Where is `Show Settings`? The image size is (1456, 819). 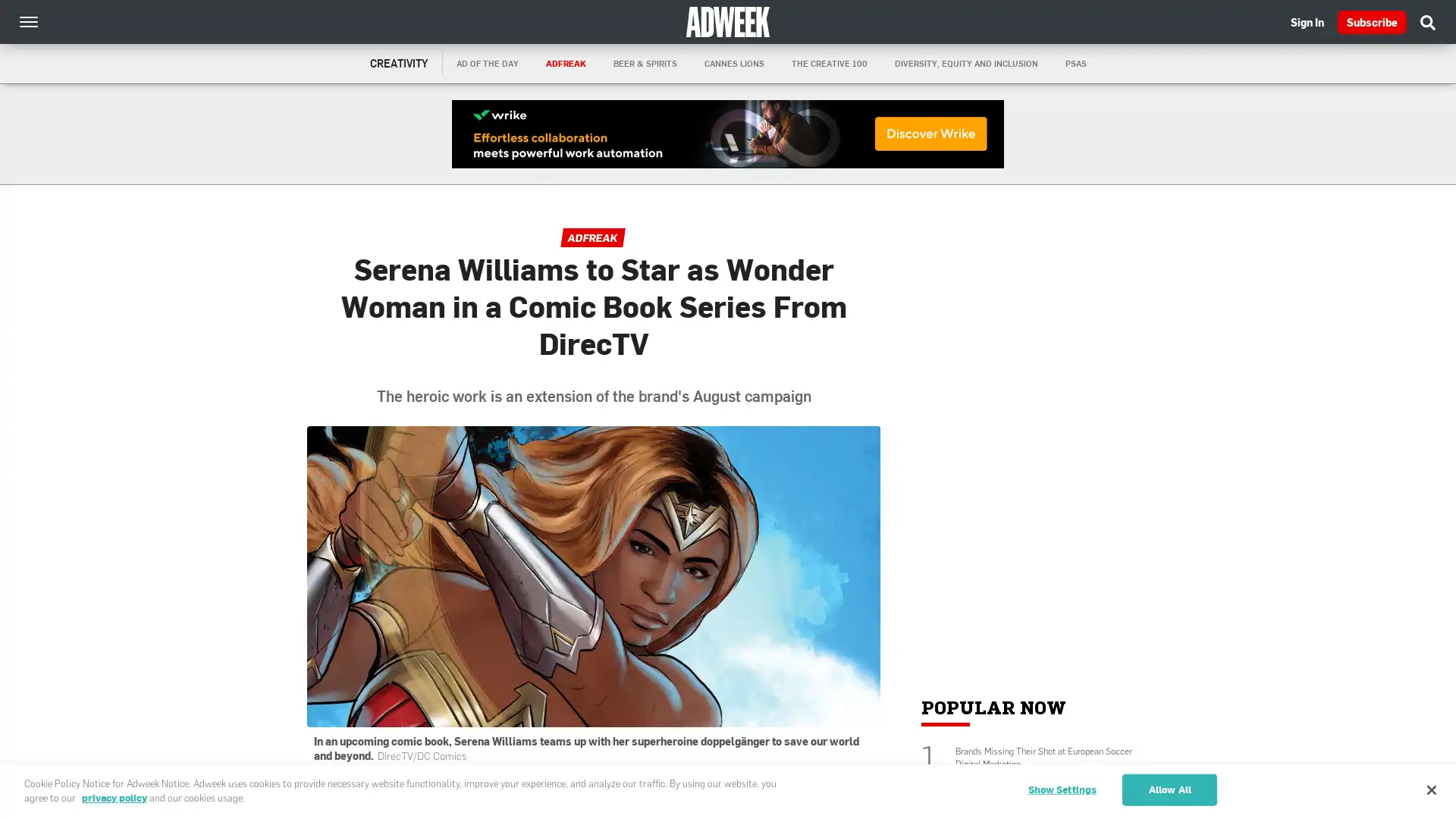
Show Settings is located at coordinates (1061, 789).